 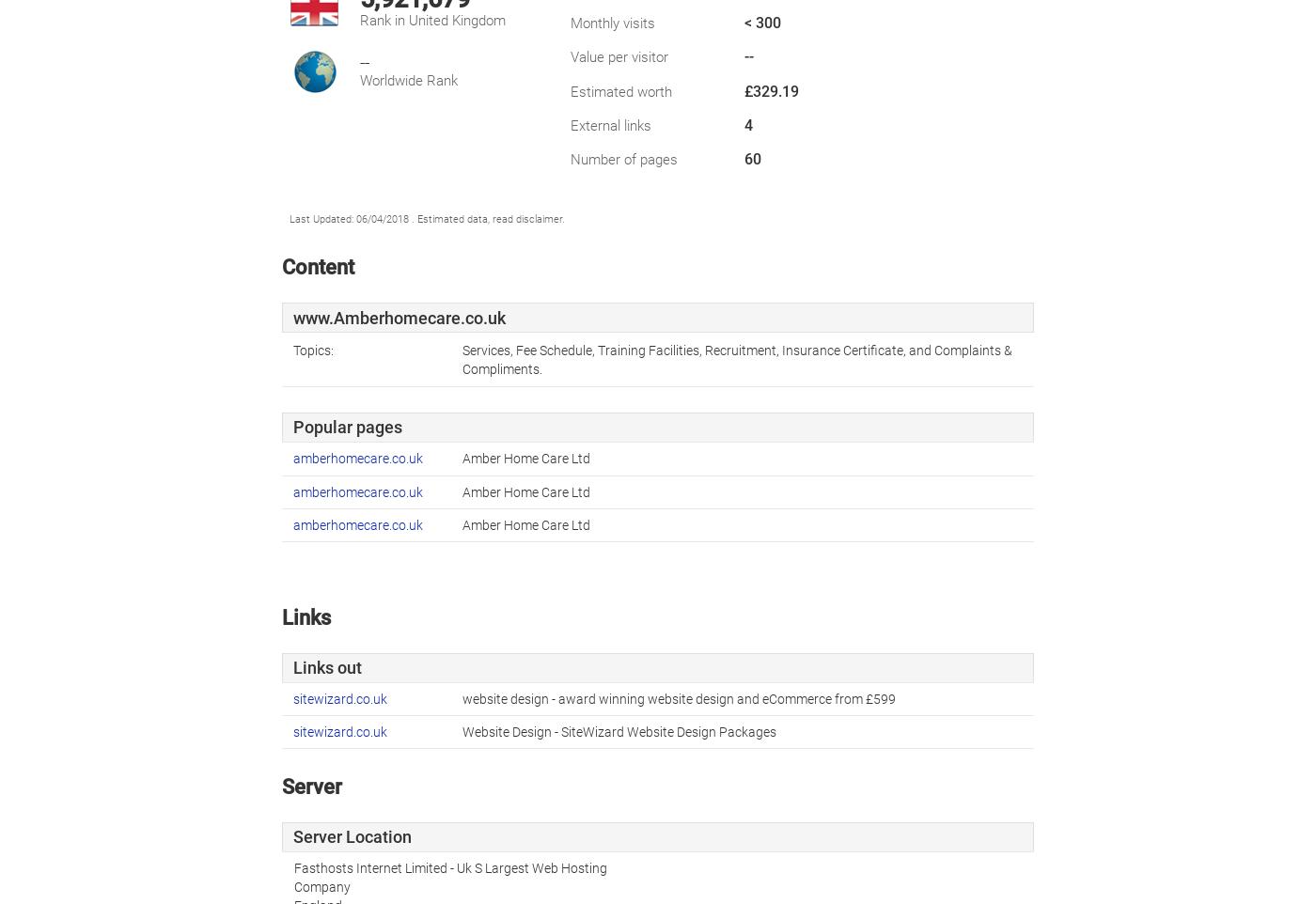 I want to click on 'Content', so click(x=318, y=266).